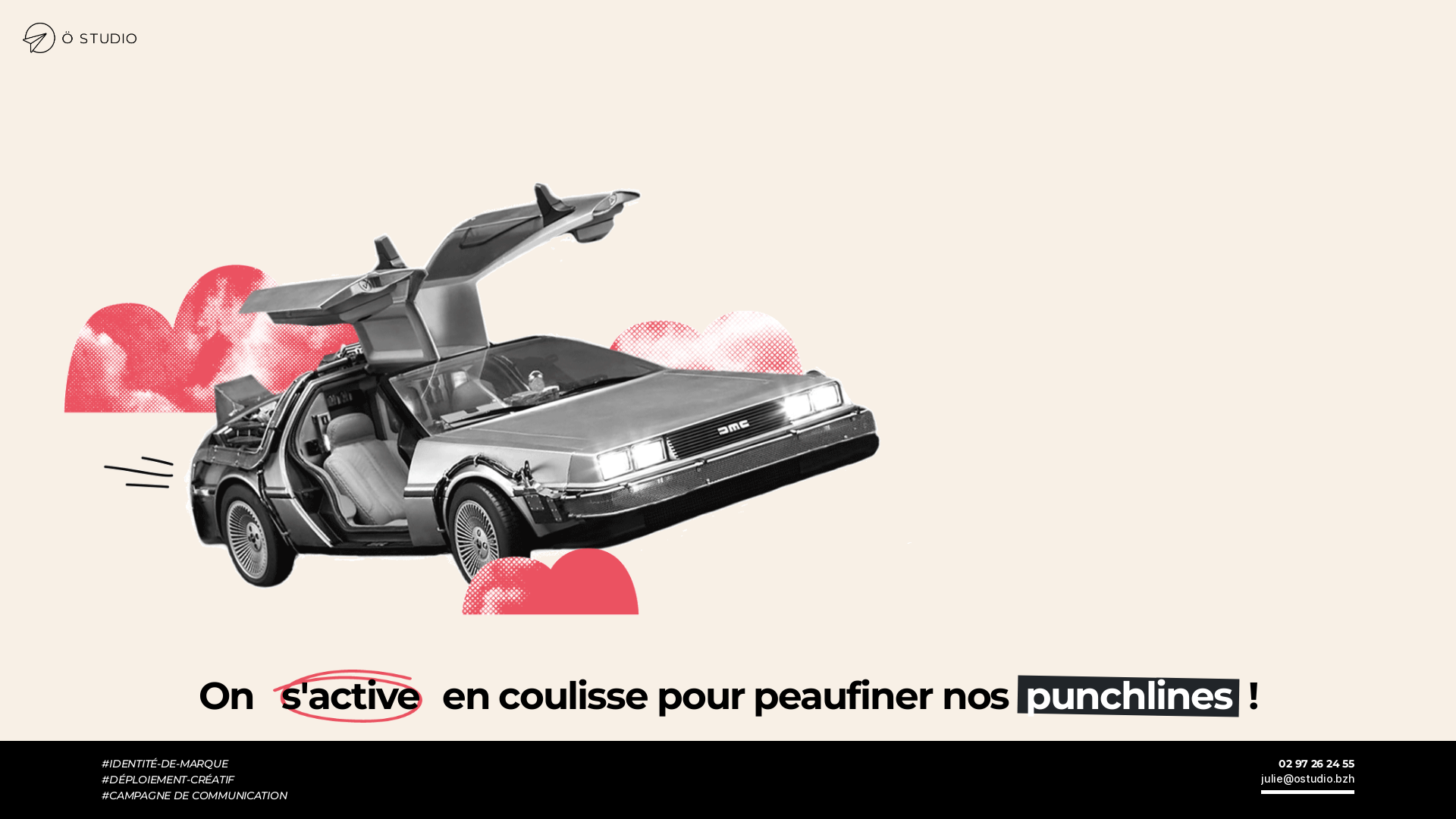  Describe the element at coordinates (1306, 783) in the screenshot. I see `'julie@ostudio.bzh'` at that location.